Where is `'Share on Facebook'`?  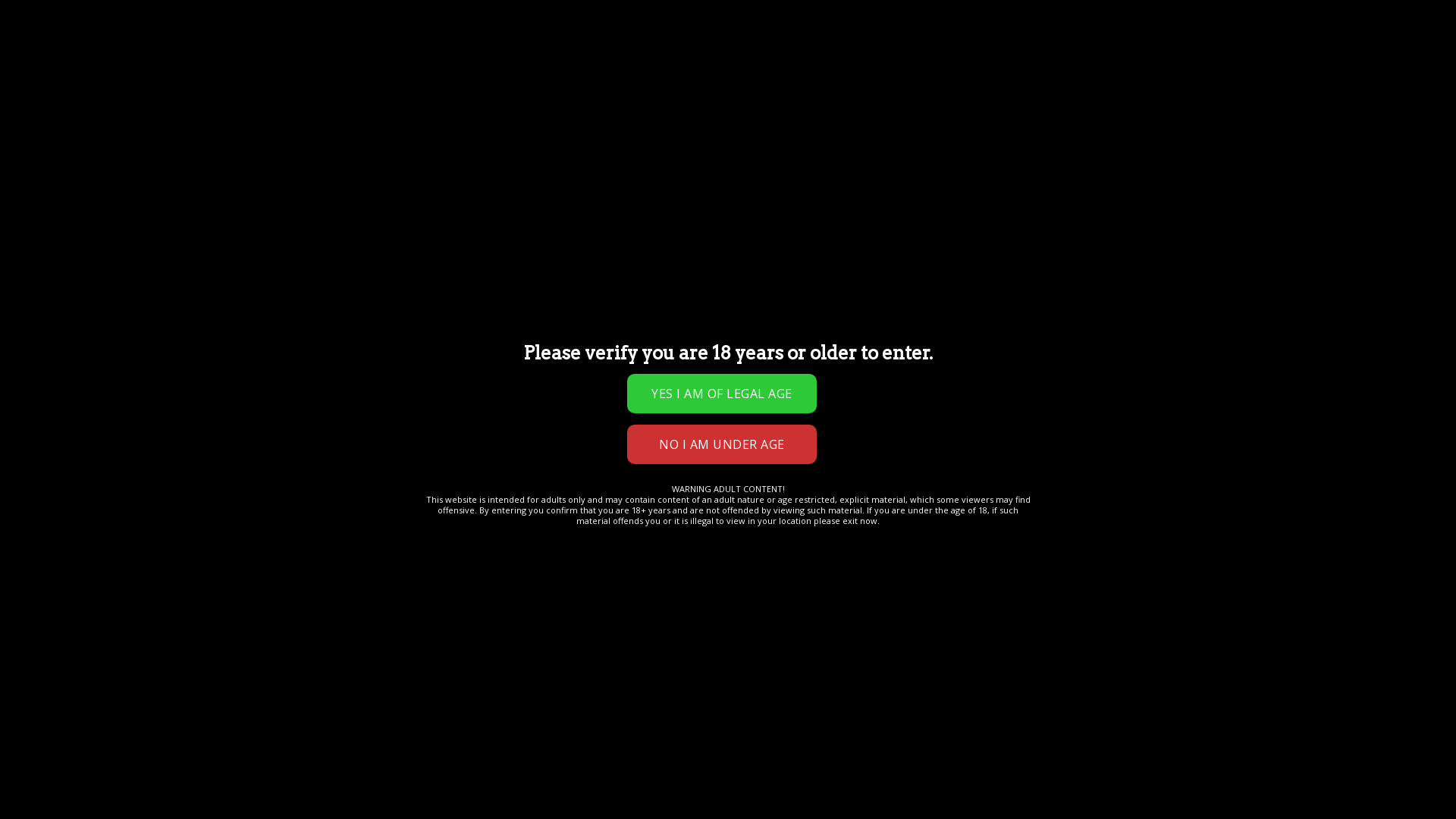 'Share on Facebook' is located at coordinates (537, 406).